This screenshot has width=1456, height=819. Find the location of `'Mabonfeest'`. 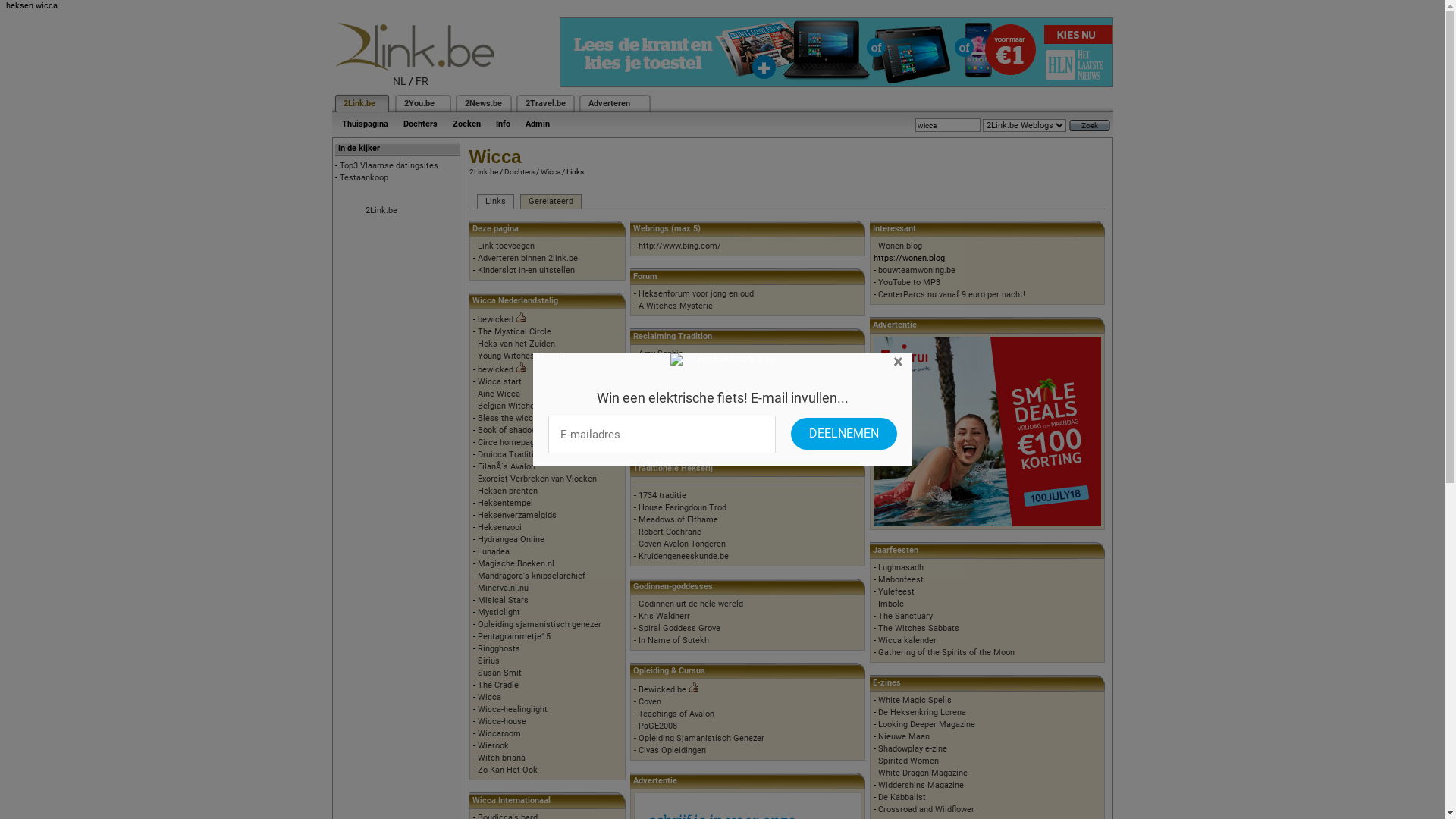

'Mabonfeest' is located at coordinates (901, 579).